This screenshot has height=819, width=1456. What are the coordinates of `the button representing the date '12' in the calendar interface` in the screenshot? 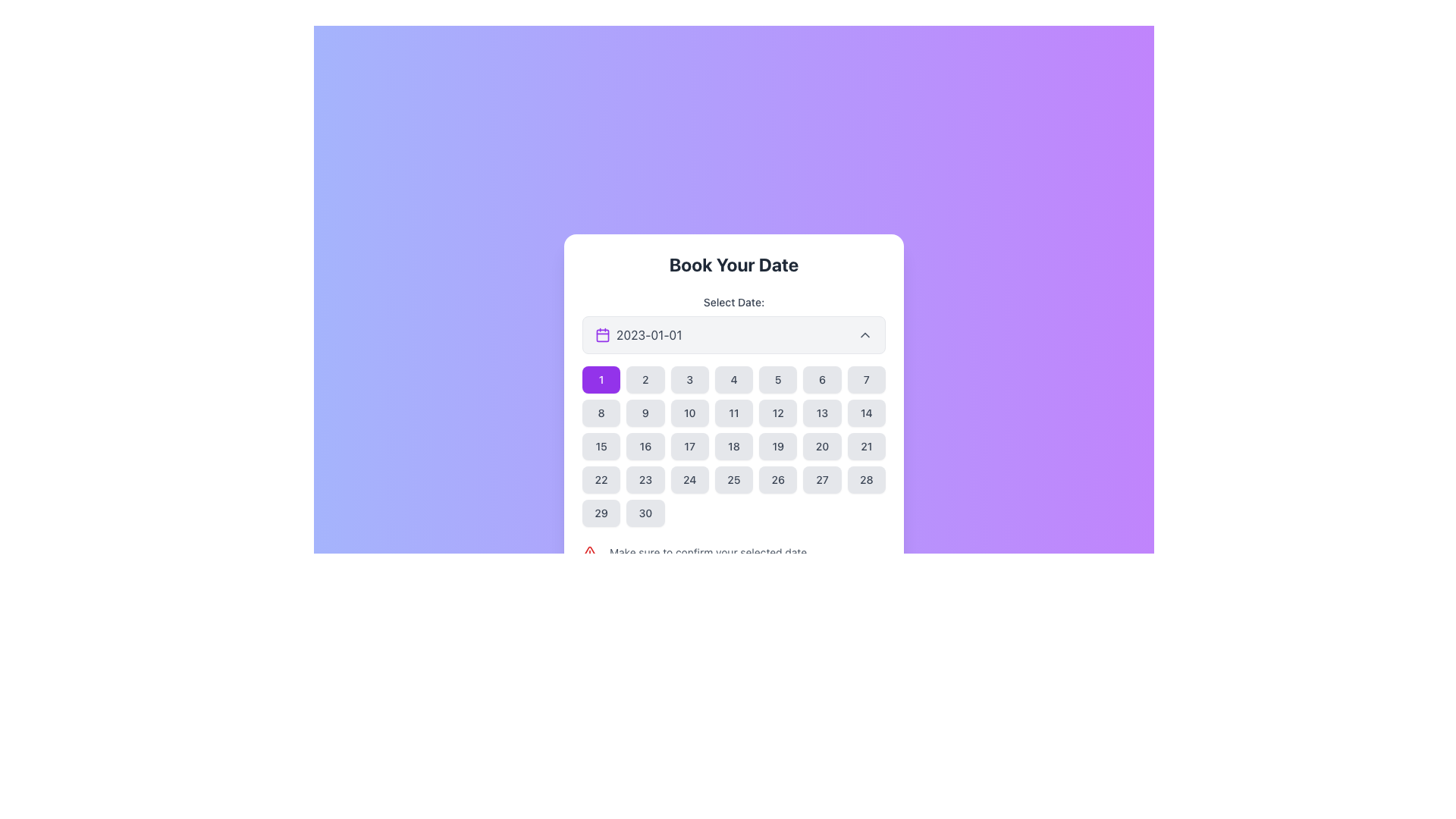 It's located at (778, 413).